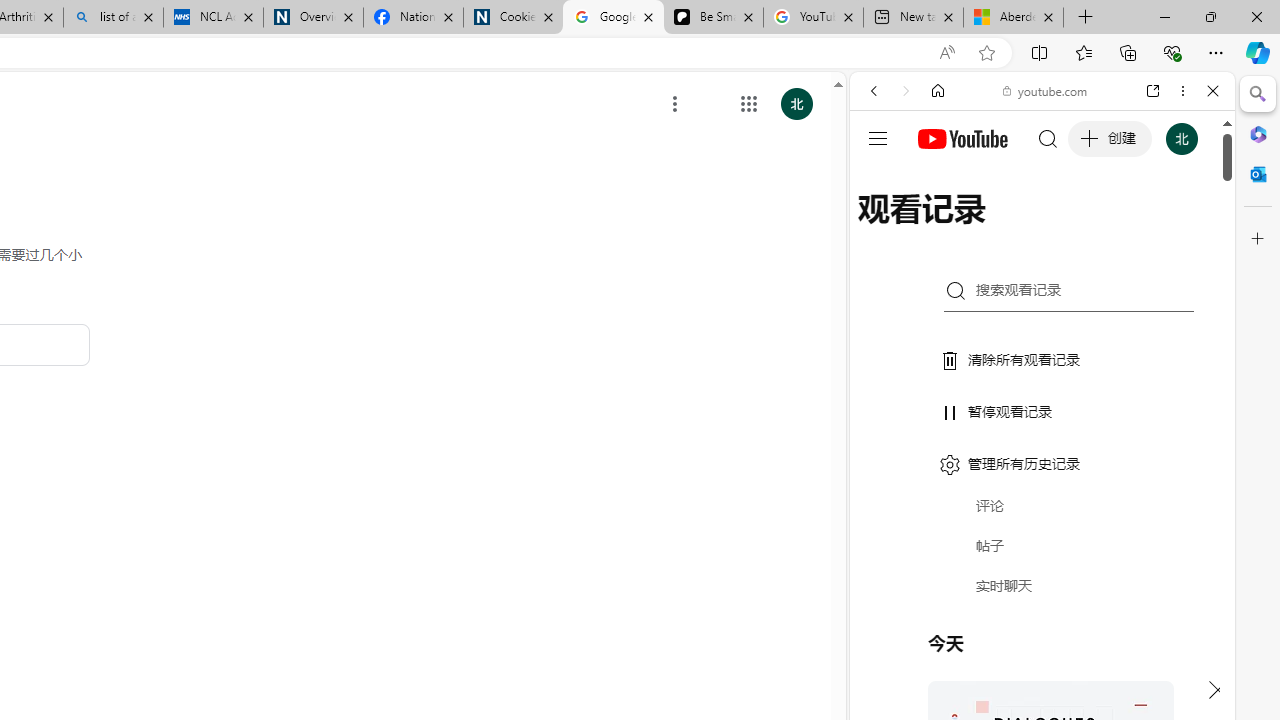 Image resolution: width=1280 pixels, height=720 pixels. What do you see at coordinates (1013, 17) in the screenshot?
I see `'Aberdeen, Hong Kong SAR hourly forecast | Microsoft Weather'` at bounding box center [1013, 17].